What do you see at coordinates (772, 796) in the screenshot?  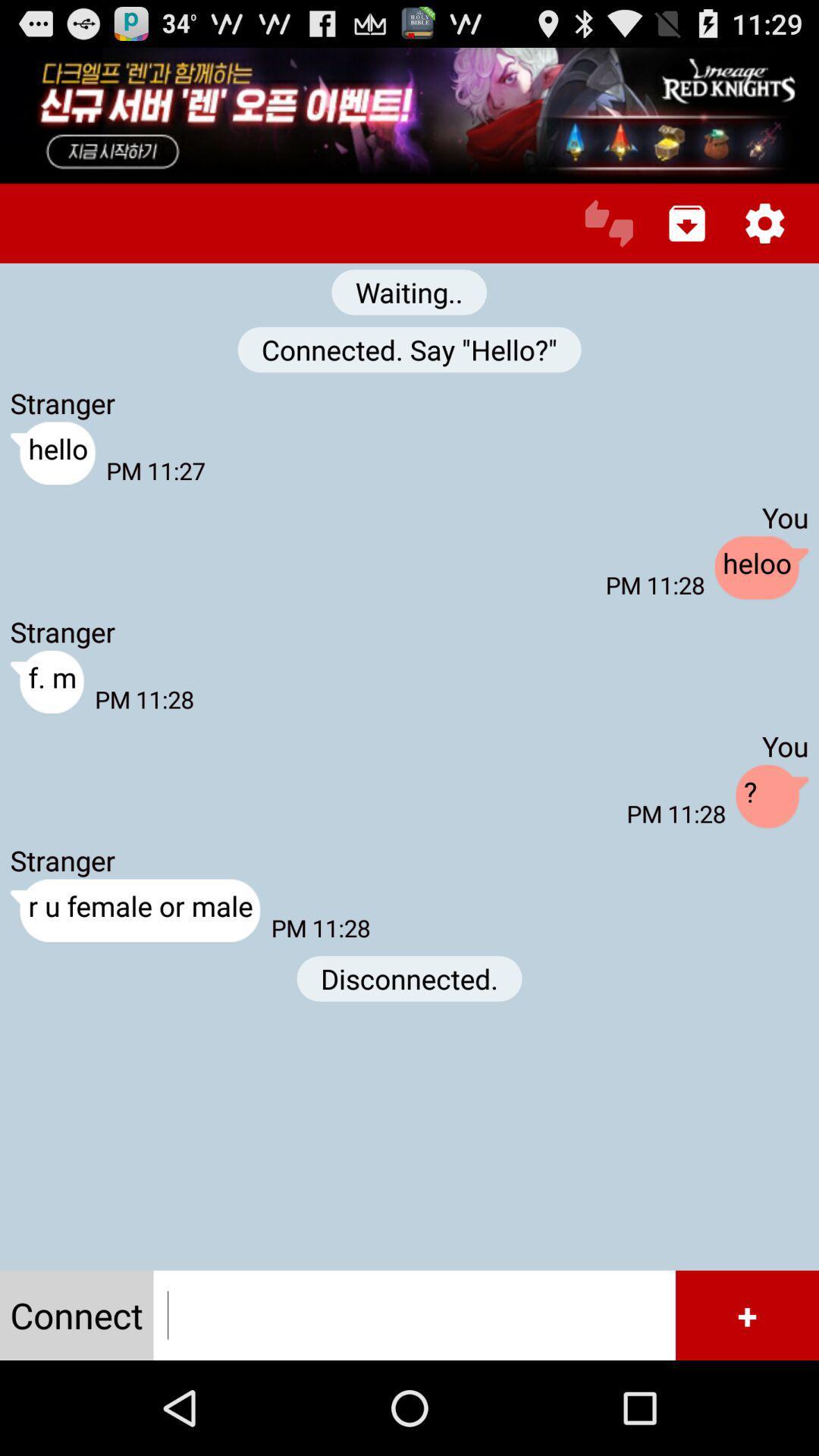 I see `the icon to the right of pm 11:28 item` at bounding box center [772, 796].